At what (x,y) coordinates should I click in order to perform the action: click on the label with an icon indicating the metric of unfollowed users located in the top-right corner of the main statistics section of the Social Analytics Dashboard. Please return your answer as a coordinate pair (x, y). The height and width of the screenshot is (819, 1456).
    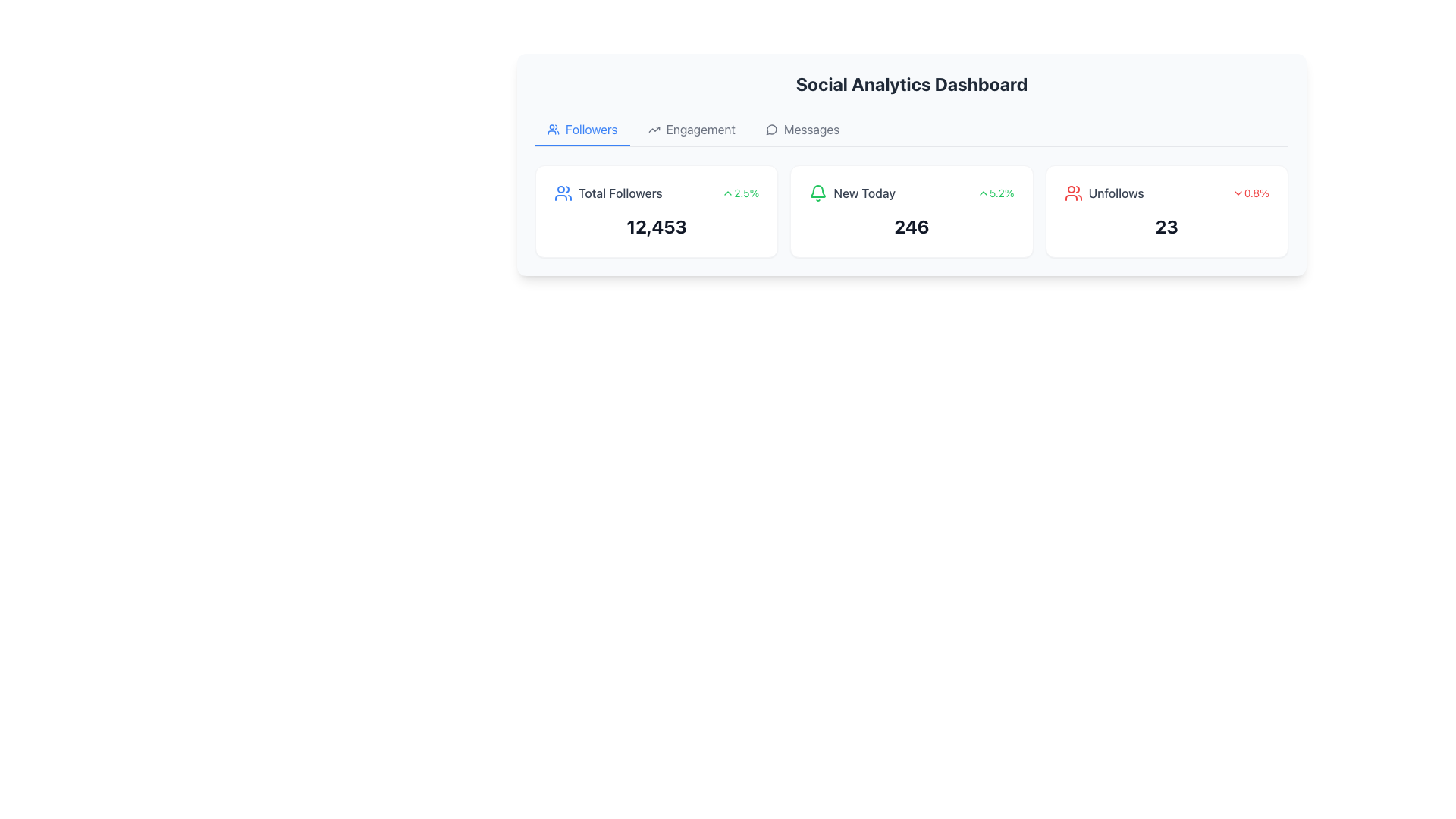
    Looking at the image, I should click on (1104, 192).